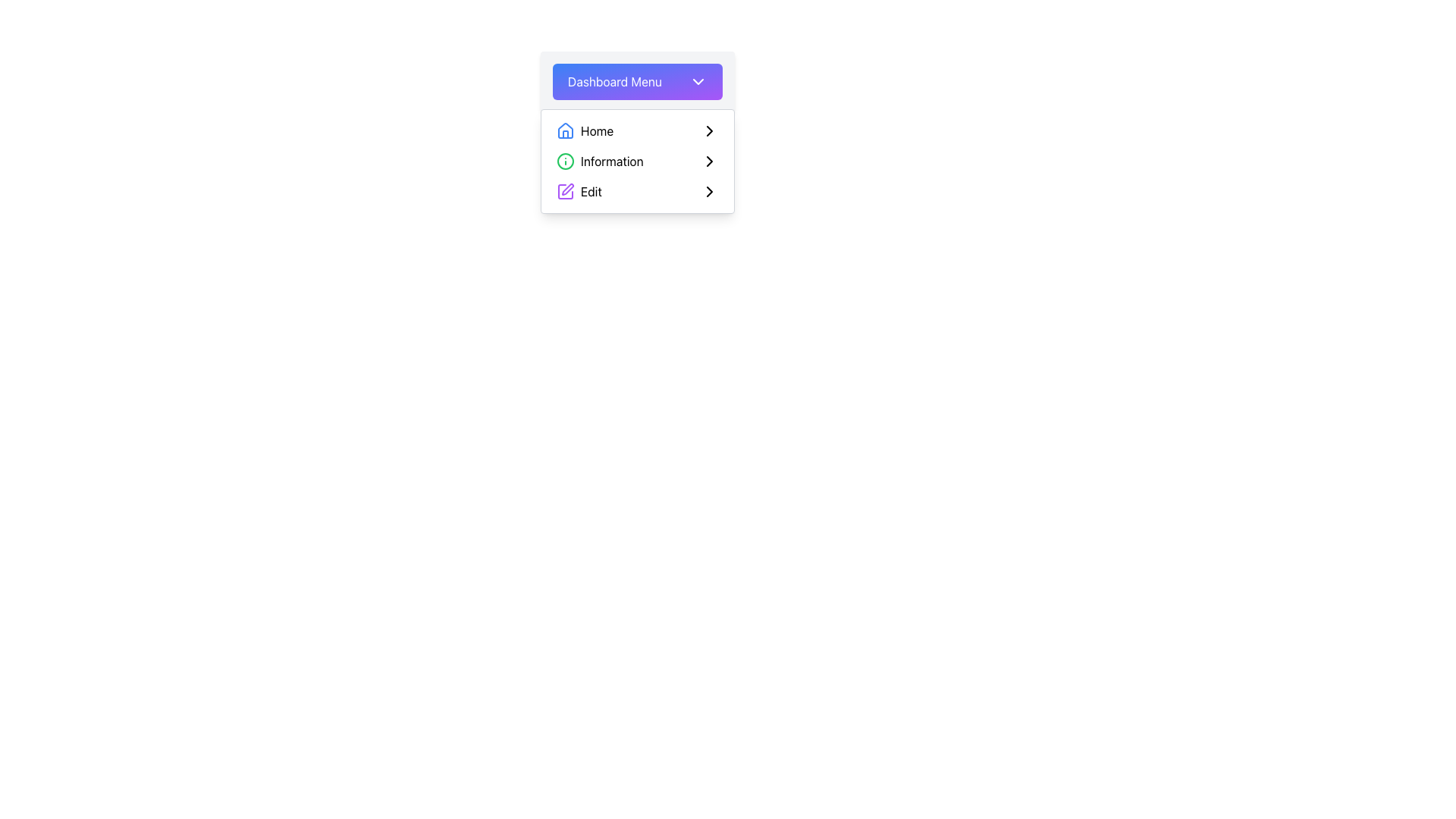 Image resolution: width=1456 pixels, height=819 pixels. Describe the element at coordinates (709, 130) in the screenshot. I see `the arrow icon located to the right of the 'Home' menu label in the dropdown menu` at that location.